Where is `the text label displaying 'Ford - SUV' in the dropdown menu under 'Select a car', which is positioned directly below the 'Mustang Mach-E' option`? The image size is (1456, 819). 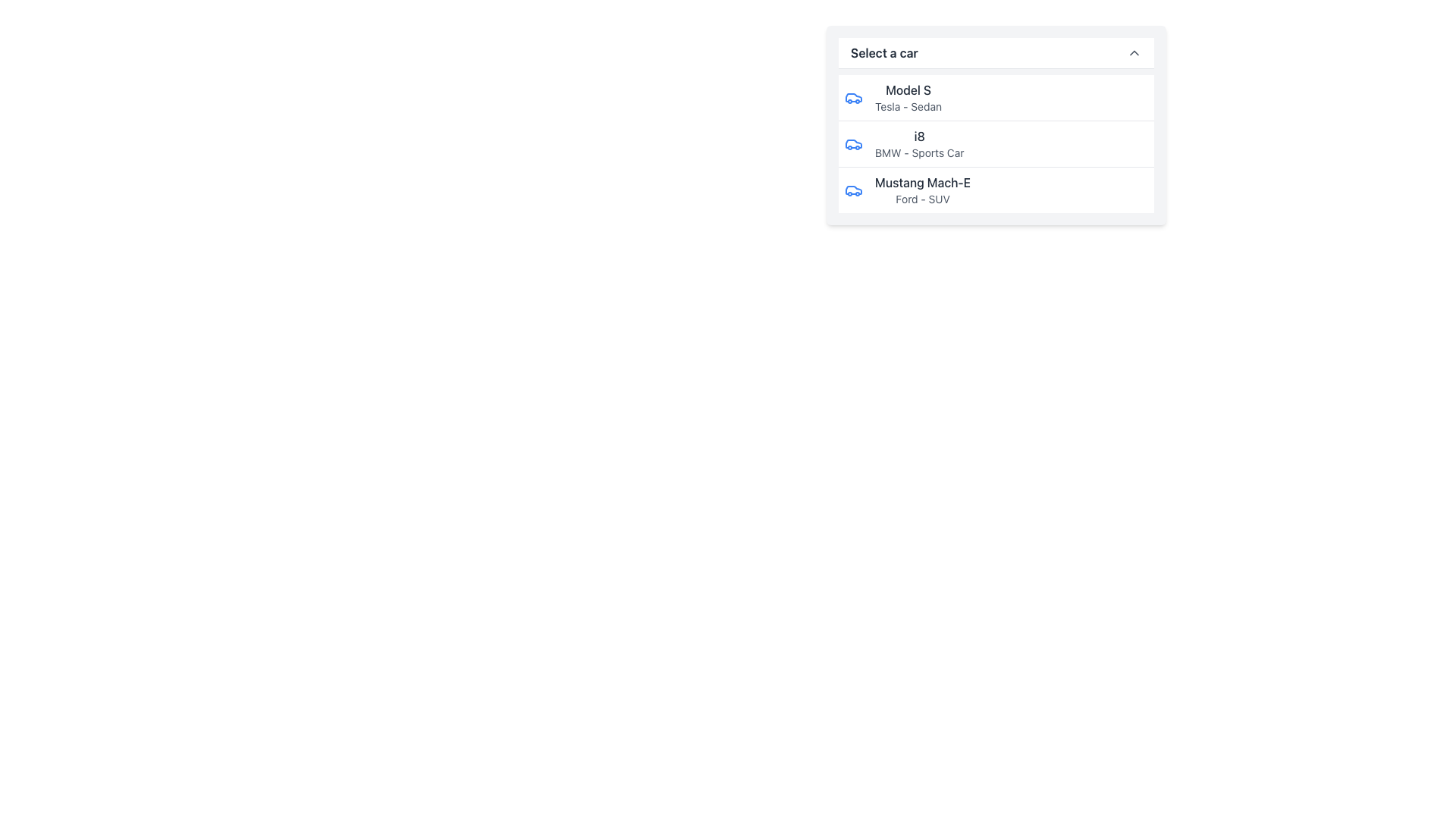 the text label displaying 'Ford - SUV' in the dropdown menu under 'Select a car', which is positioned directly below the 'Mustang Mach-E' option is located at coordinates (922, 198).